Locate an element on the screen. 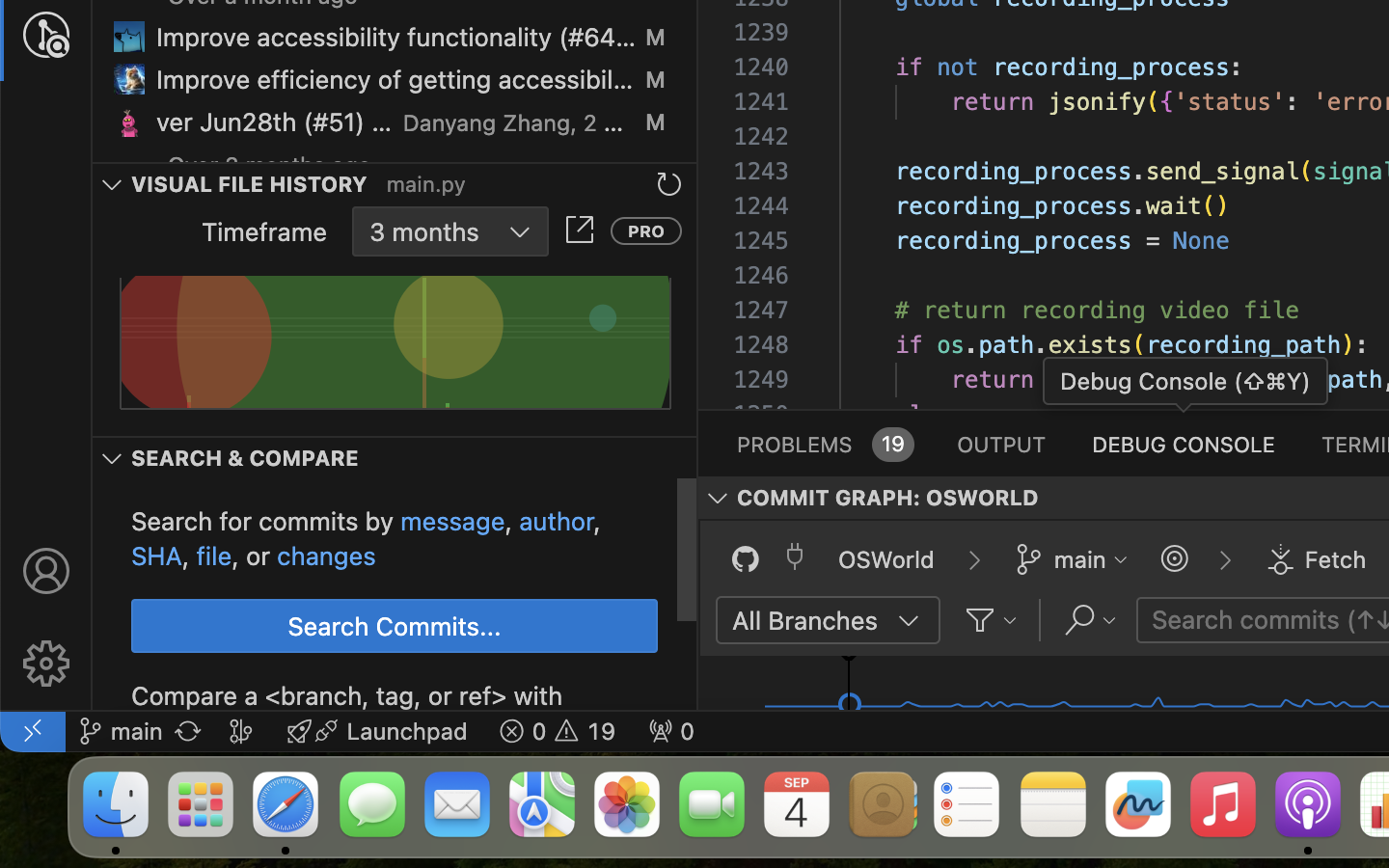 Image resolution: width=1389 pixels, height=868 pixels. '' is located at coordinates (579, 228).